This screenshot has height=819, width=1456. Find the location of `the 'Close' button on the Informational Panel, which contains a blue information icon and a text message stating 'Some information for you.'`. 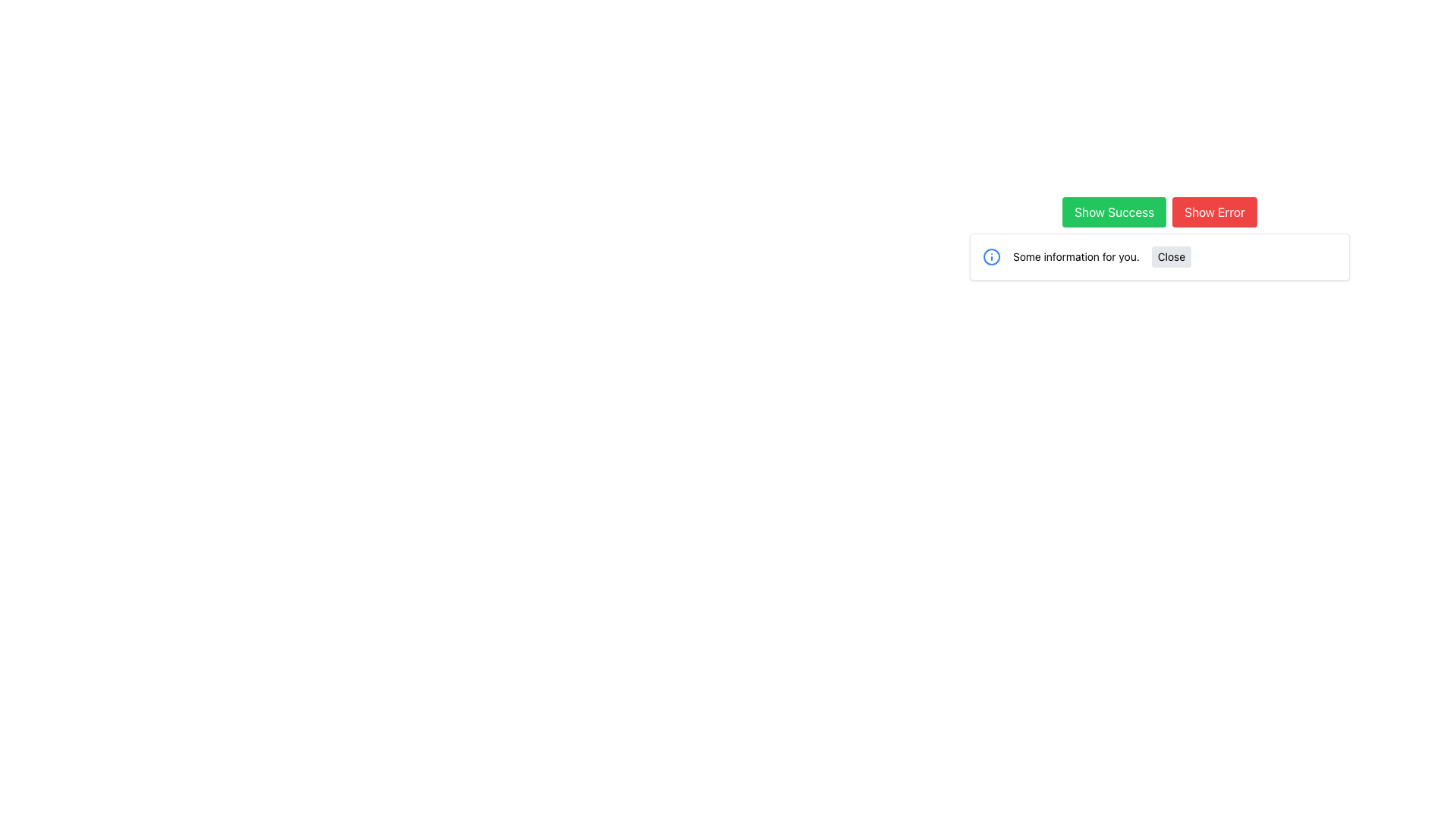

the 'Close' button on the Informational Panel, which contains a blue information icon and a text message stating 'Some information for you.' is located at coordinates (1159, 256).